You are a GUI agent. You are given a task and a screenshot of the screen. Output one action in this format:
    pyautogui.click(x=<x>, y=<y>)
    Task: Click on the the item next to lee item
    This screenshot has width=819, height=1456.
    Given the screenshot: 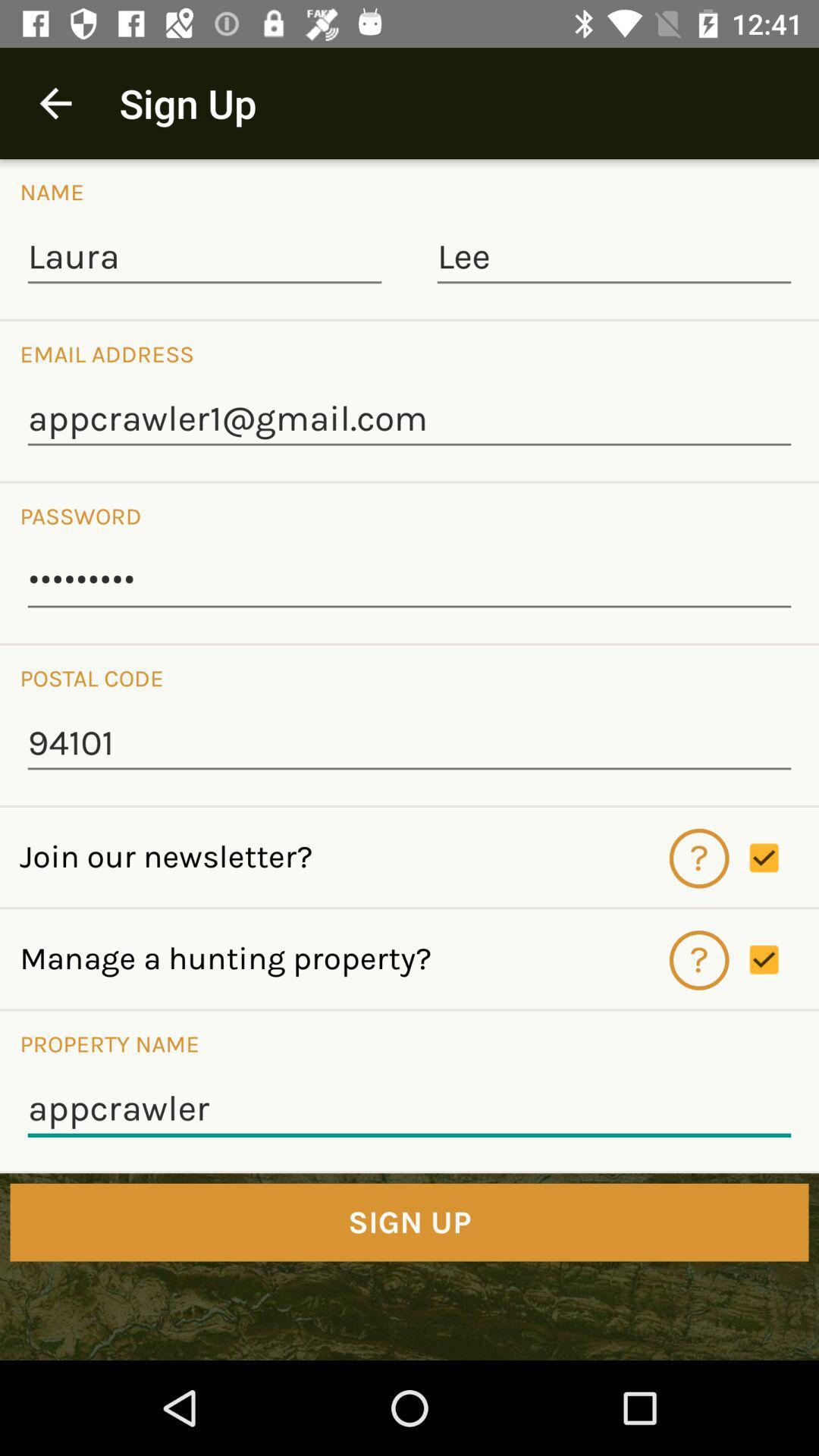 What is the action you would take?
    pyautogui.click(x=205, y=258)
    